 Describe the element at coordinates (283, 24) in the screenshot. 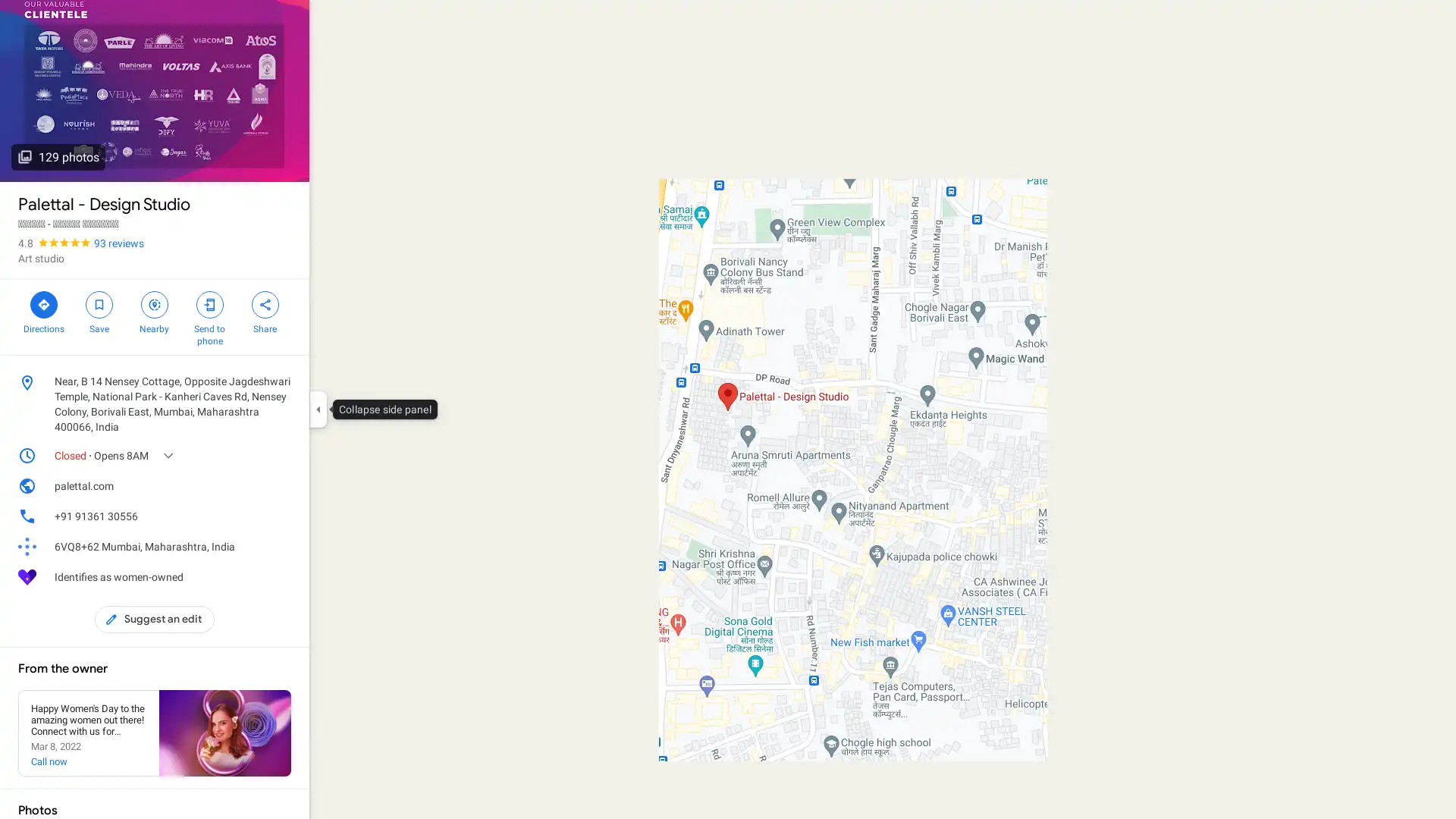

I see `Clear search` at that location.